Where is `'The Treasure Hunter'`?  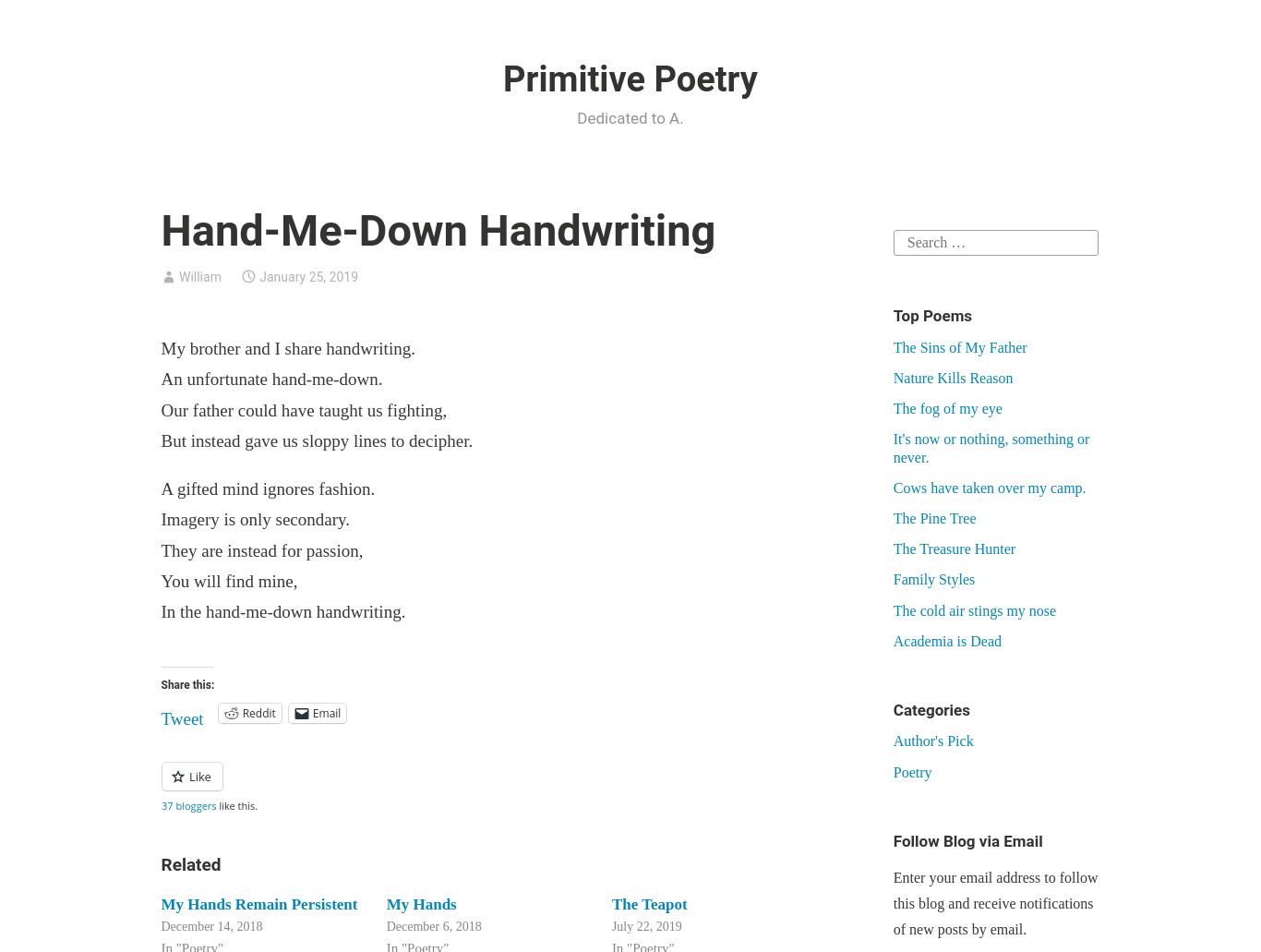
'The Treasure Hunter' is located at coordinates (892, 548).